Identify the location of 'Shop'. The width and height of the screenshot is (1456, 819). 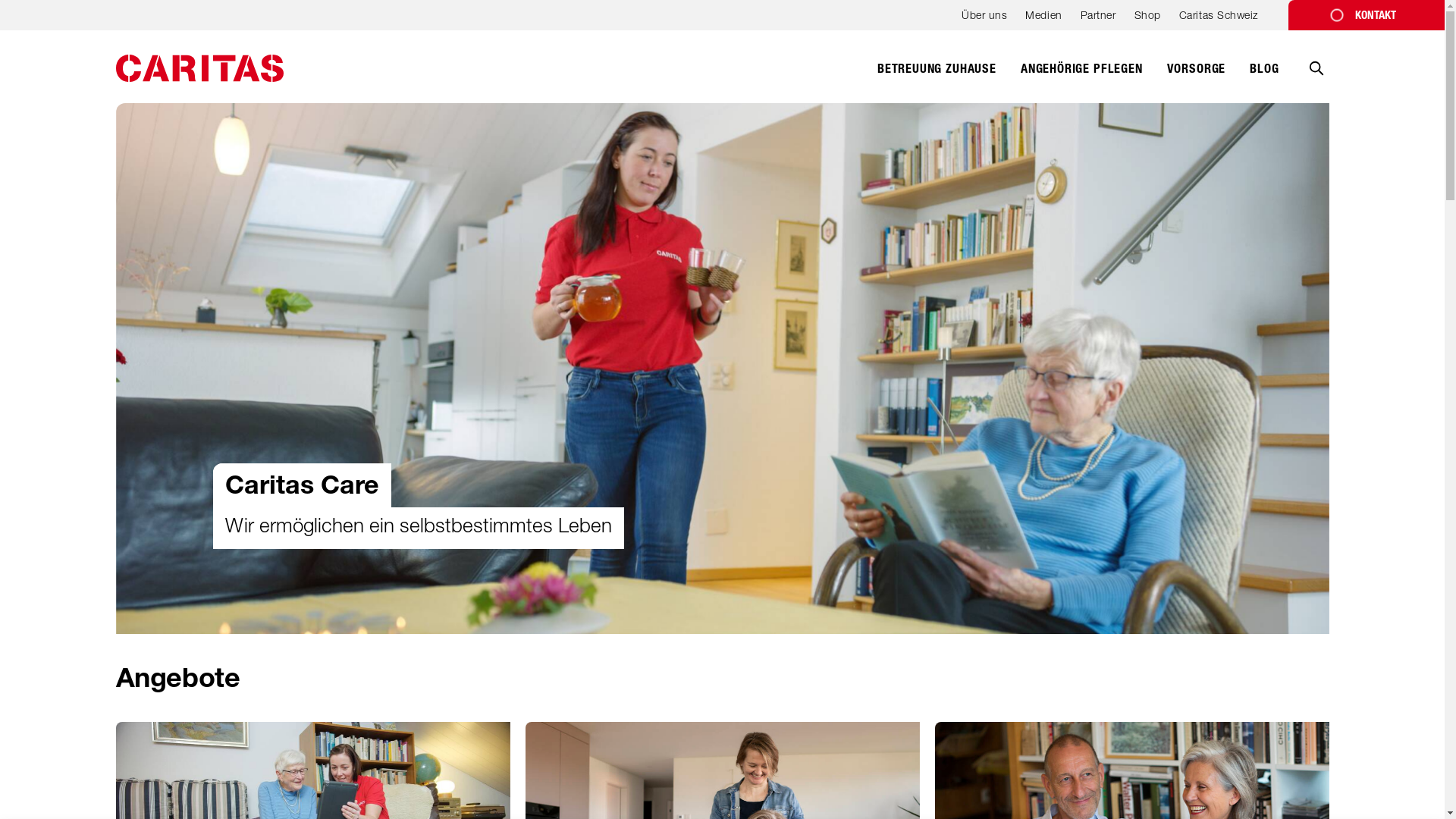
(1134, 20).